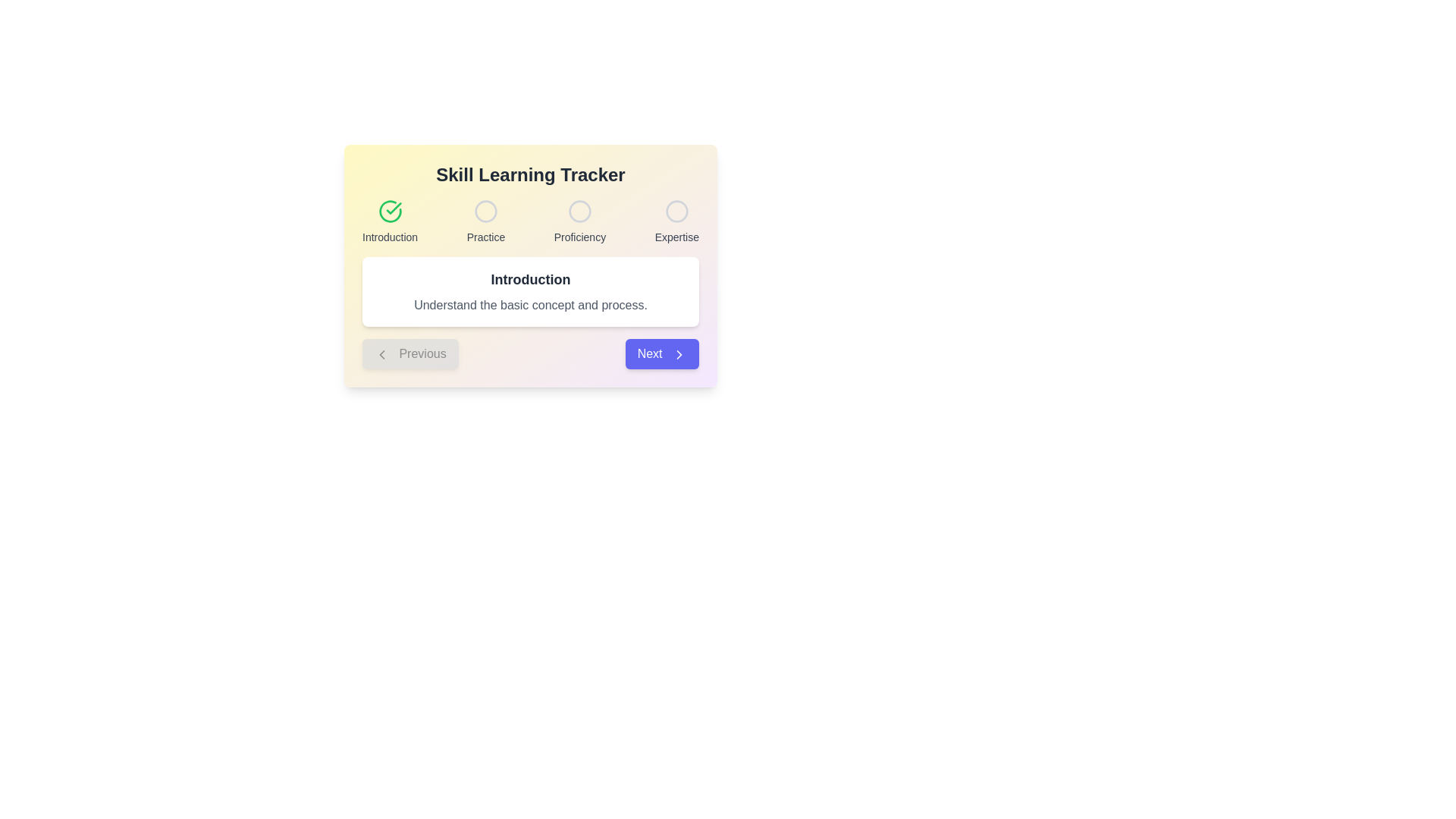  I want to click on the 'Introduction' progress step indicator, which is the leftmost element in a sequence of four steps indicating the completion of the introduction phase, so click(390, 222).